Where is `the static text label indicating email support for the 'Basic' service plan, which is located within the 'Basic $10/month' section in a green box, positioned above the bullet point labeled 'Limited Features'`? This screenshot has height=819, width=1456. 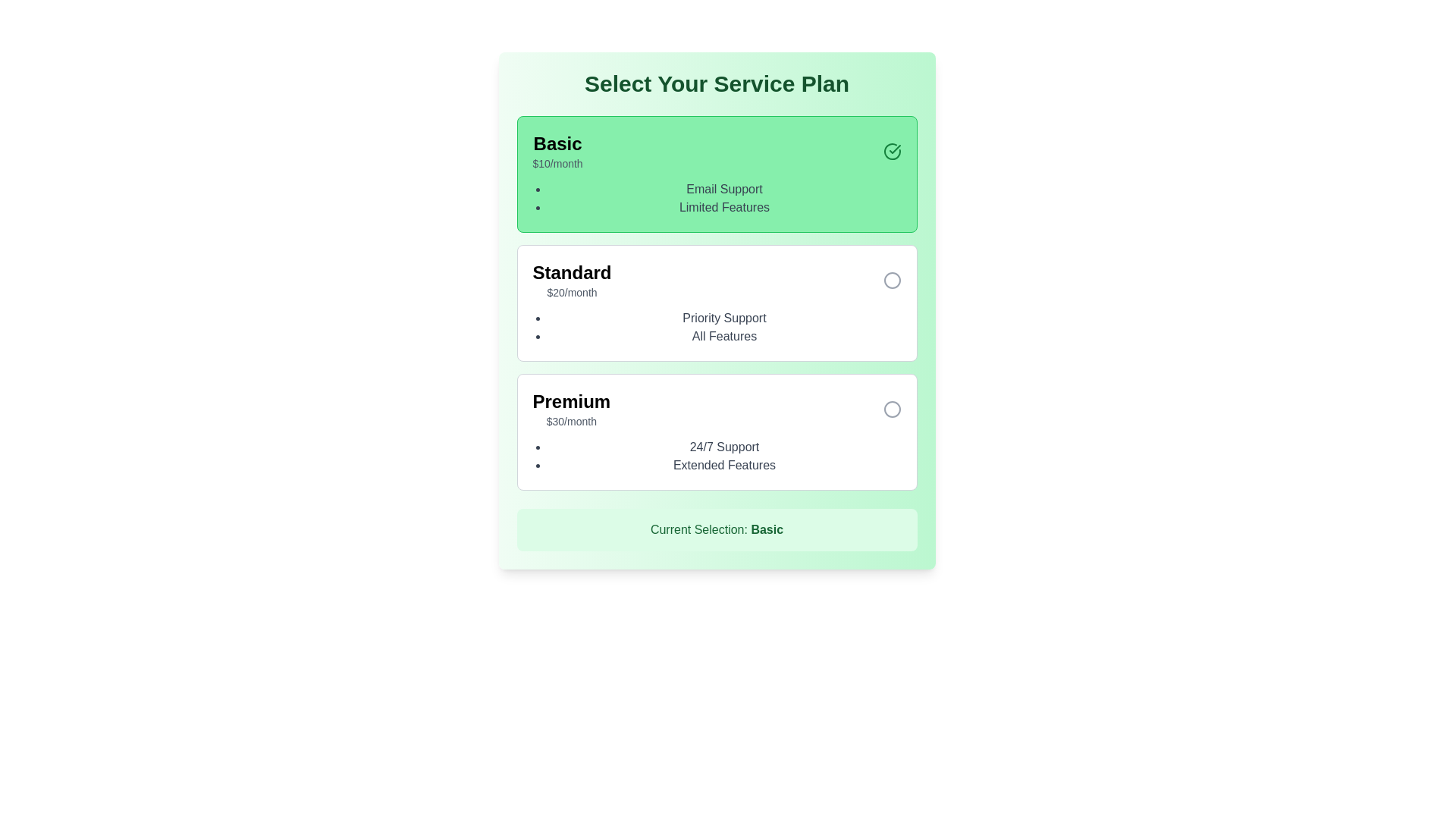 the static text label indicating email support for the 'Basic' service plan, which is located within the 'Basic $10/month' section in a green box, positioned above the bullet point labeled 'Limited Features' is located at coordinates (723, 189).